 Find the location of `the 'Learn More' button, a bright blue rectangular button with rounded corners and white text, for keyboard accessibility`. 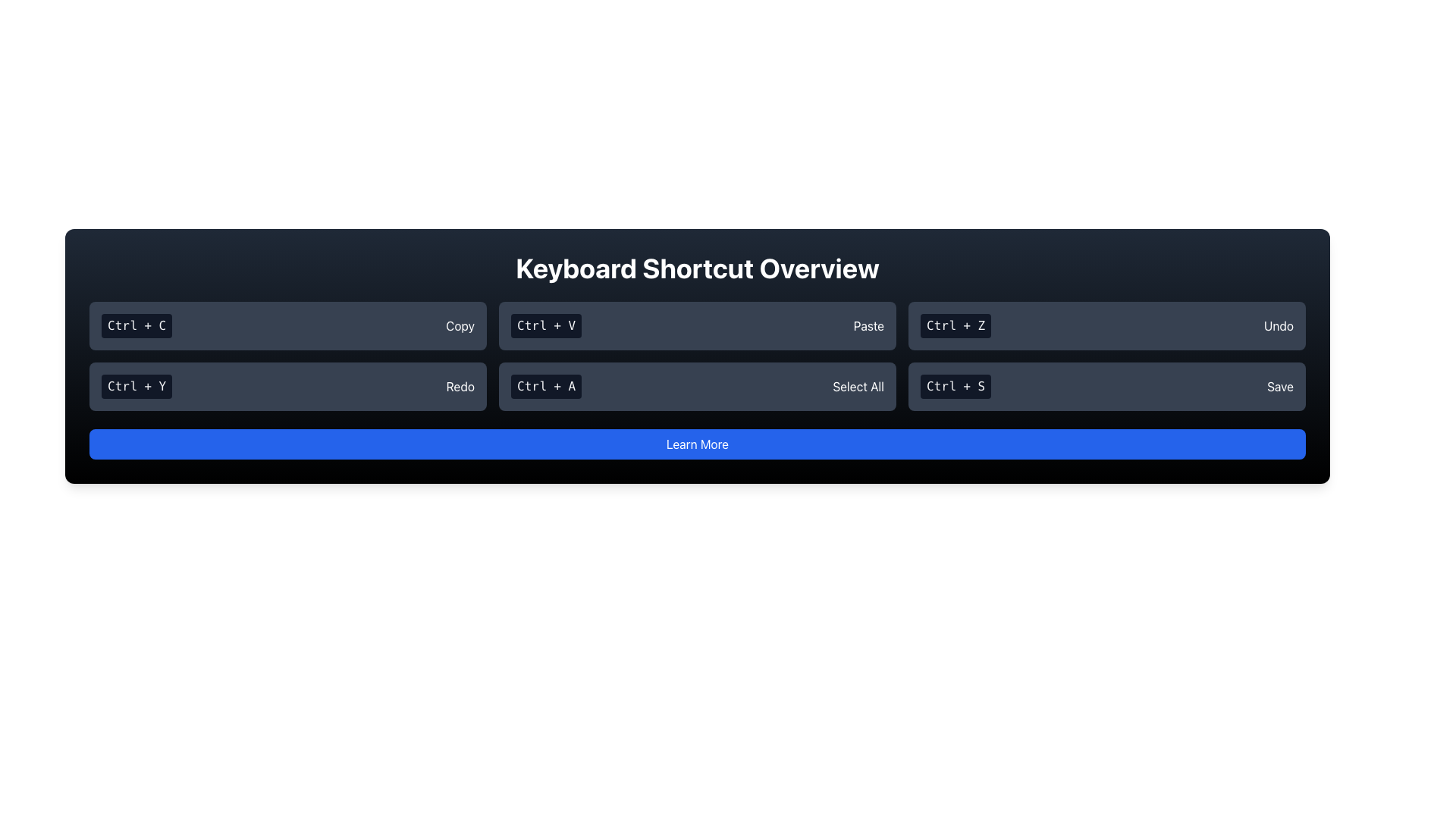

the 'Learn More' button, a bright blue rectangular button with rounded corners and white text, for keyboard accessibility is located at coordinates (697, 444).